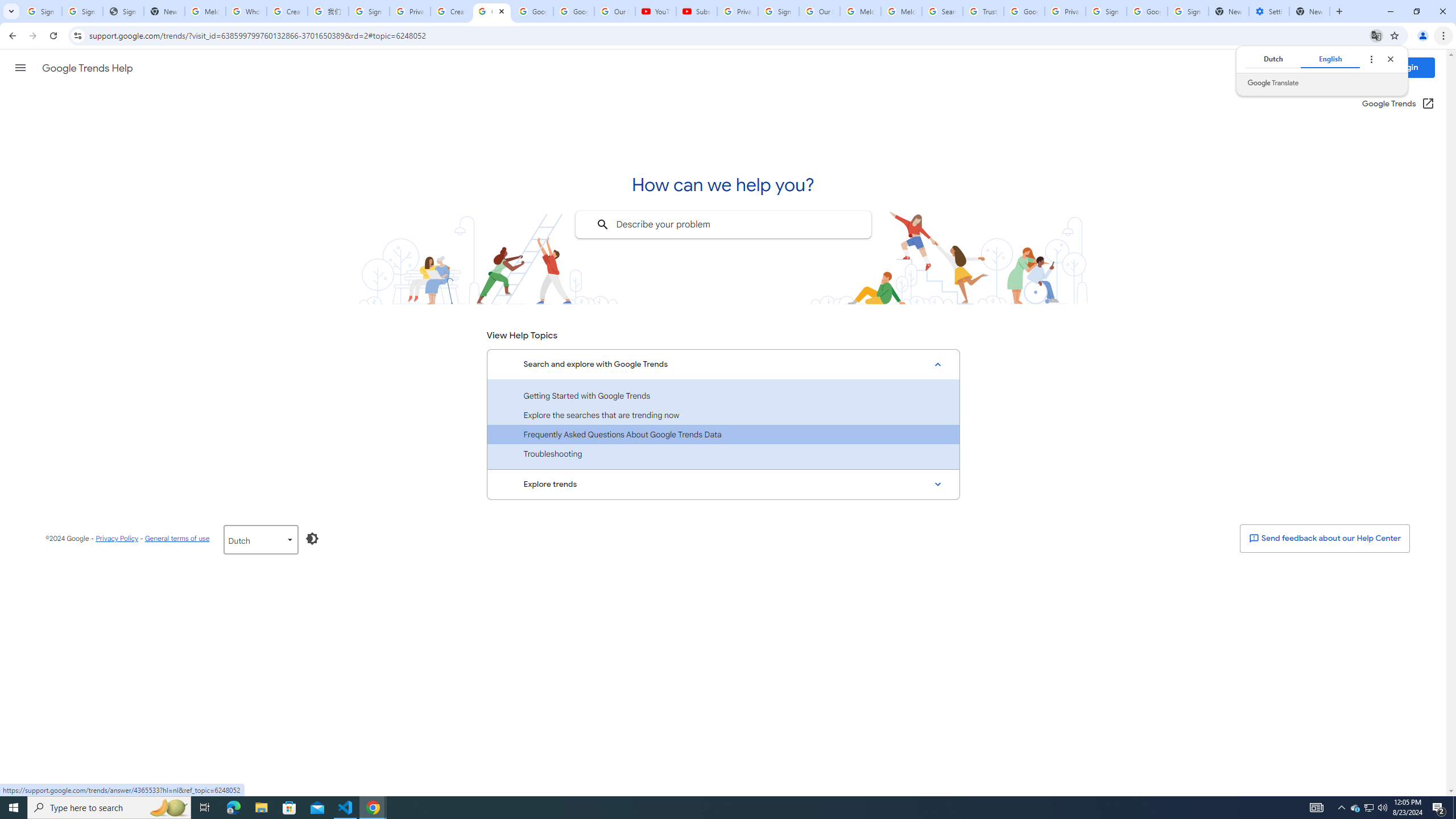  What do you see at coordinates (1407, 67) in the screenshot?
I see `'Login'` at bounding box center [1407, 67].